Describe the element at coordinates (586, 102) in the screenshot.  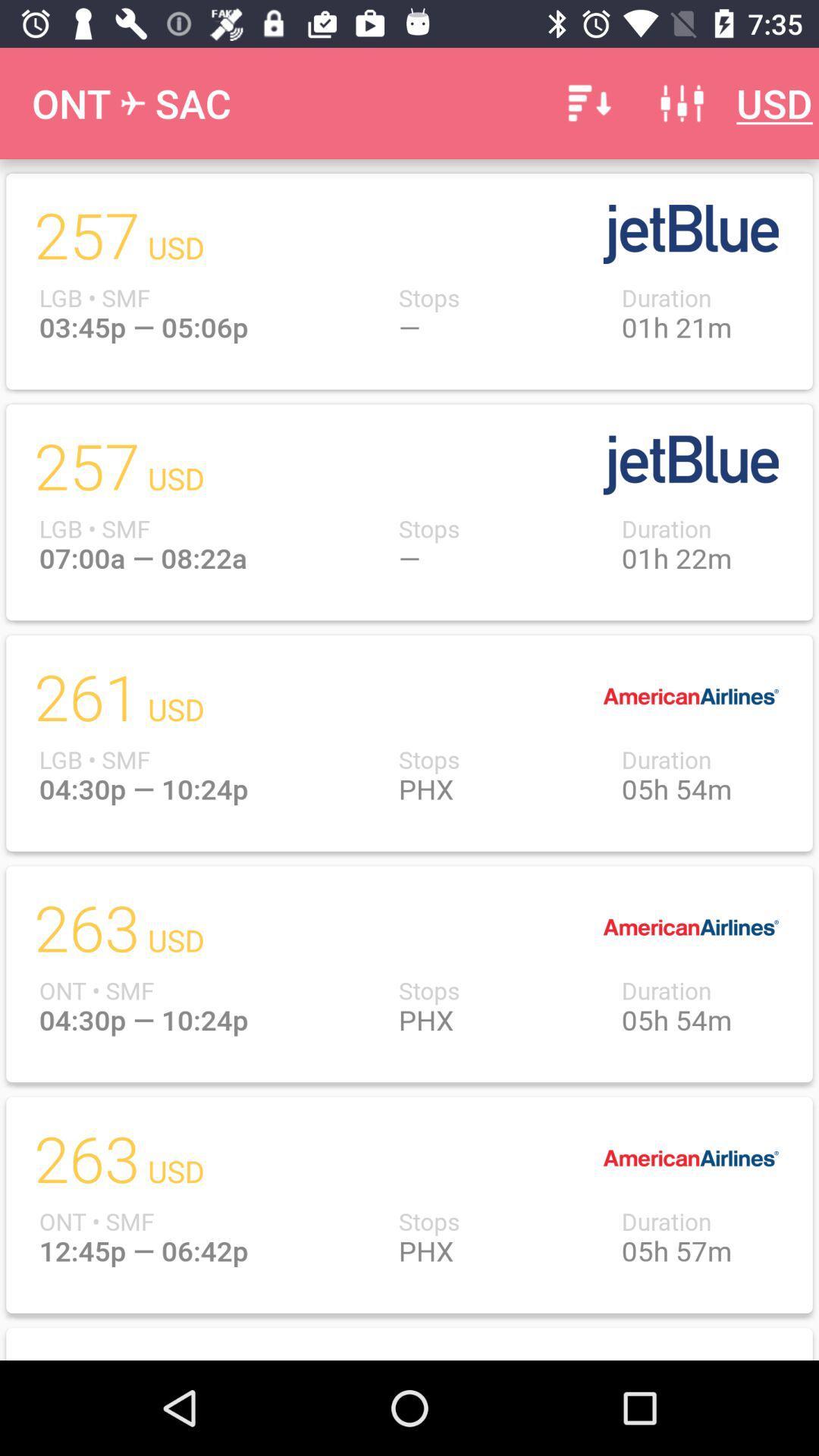
I see `the item to the right of the sac item` at that location.